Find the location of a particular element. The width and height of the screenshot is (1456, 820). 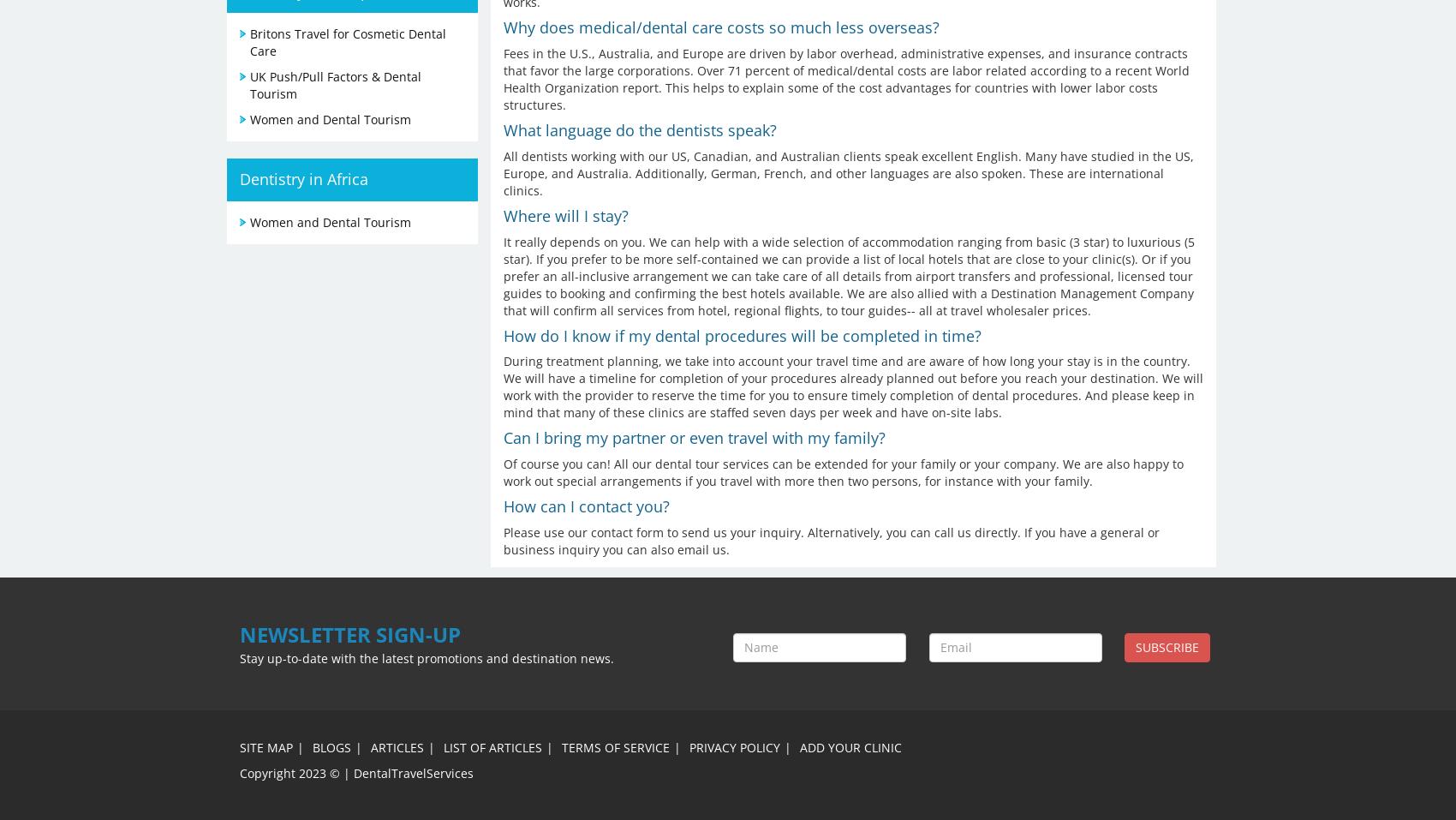

'Add Your Clinic' is located at coordinates (799, 746).